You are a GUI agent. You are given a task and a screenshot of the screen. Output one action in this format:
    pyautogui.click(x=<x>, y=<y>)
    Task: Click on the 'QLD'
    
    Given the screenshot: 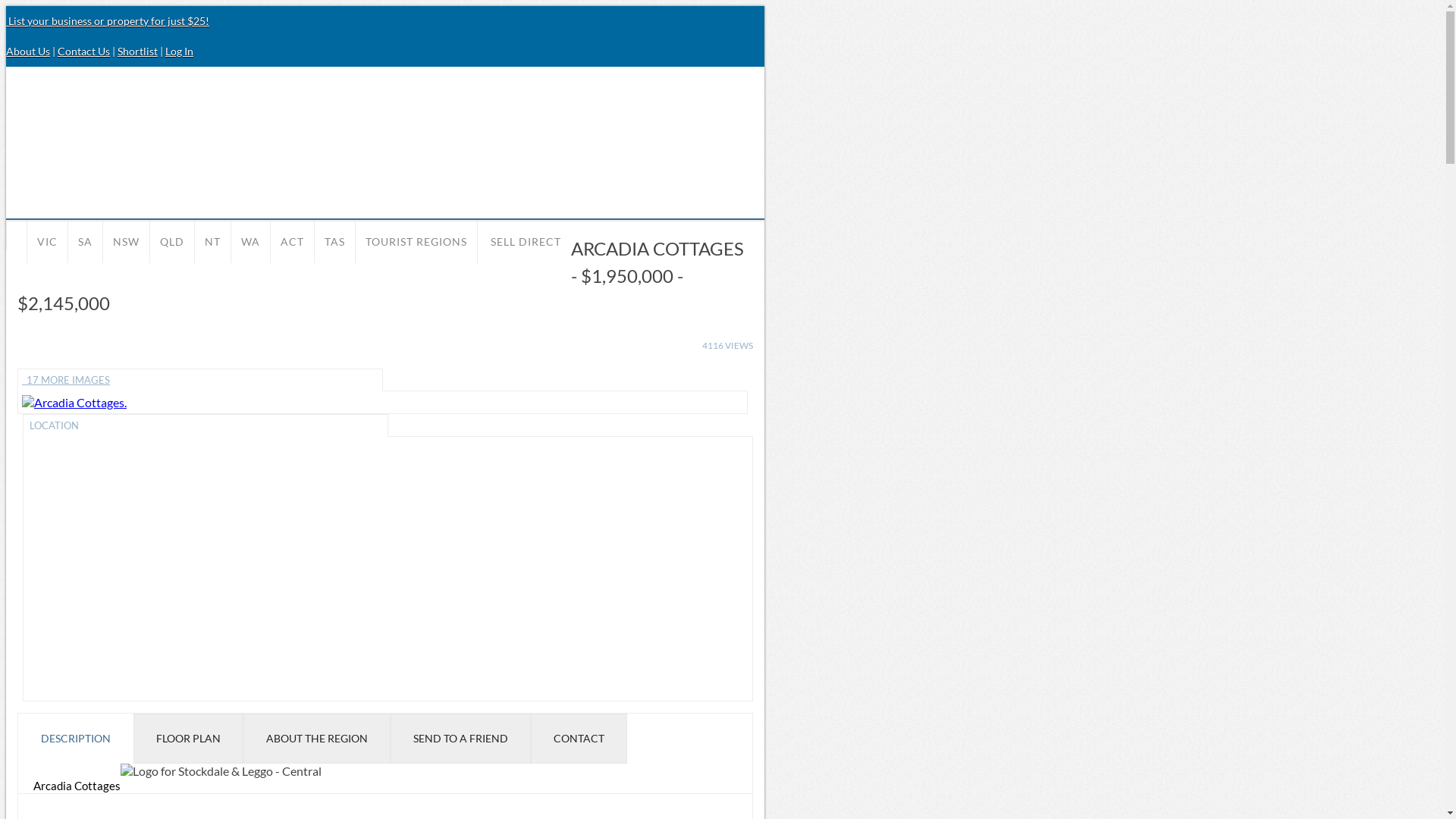 What is the action you would take?
    pyautogui.click(x=171, y=240)
    